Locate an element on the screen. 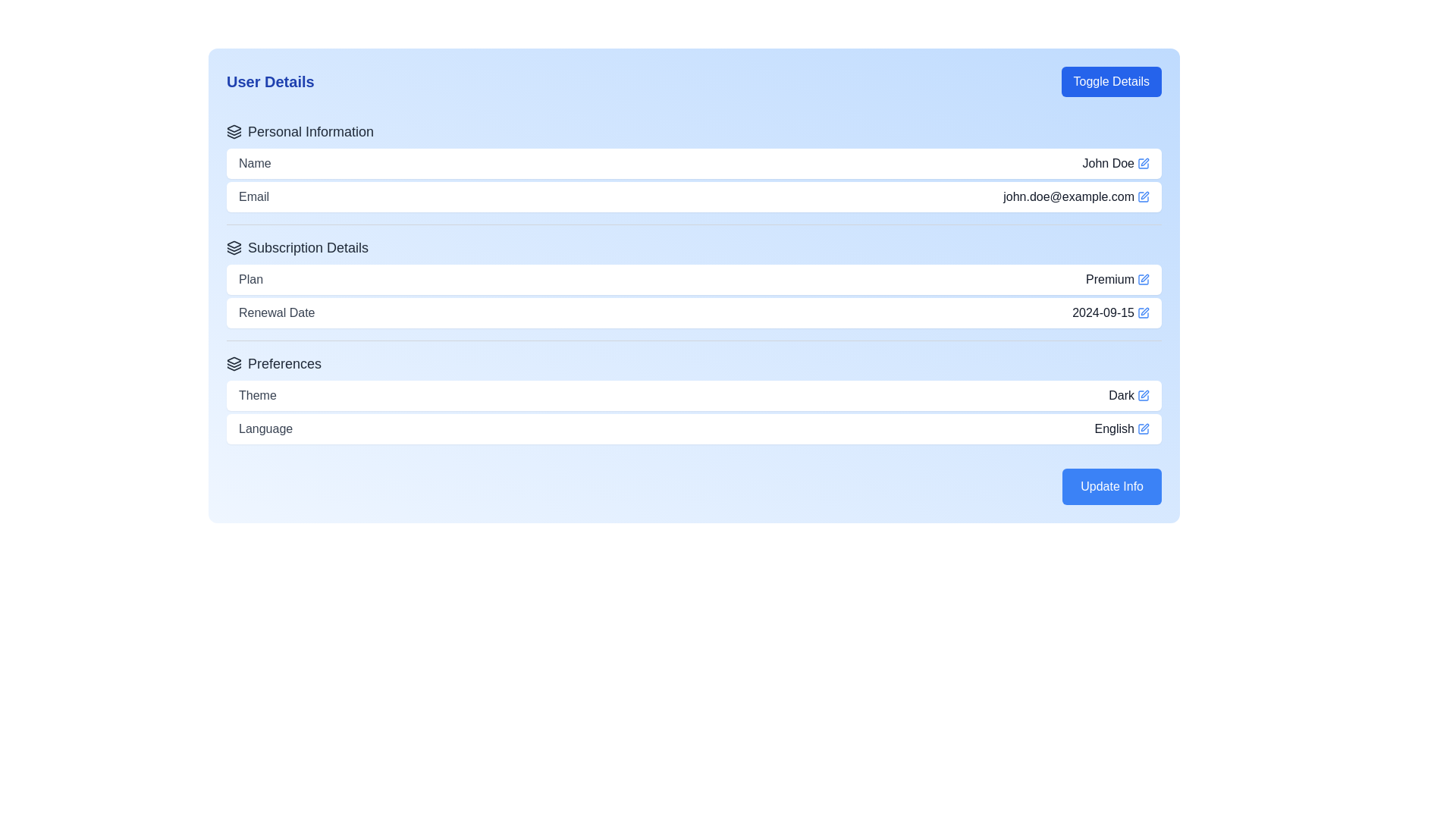  the icon representing the 'Subscription Details' section, located to the left of the text within the Subscription Details area is located at coordinates (233, 247).